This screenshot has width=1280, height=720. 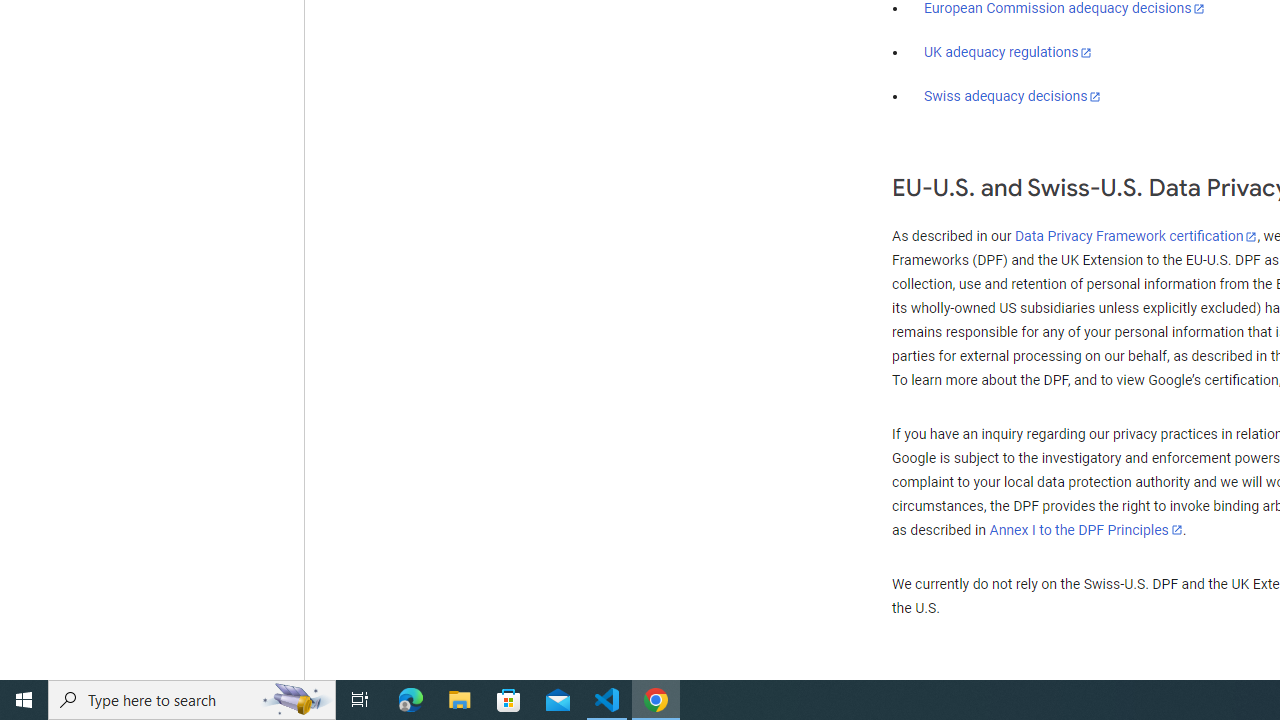 I want to click on 'Annex I to the DPF Principles', so click(x=1085, y=529).